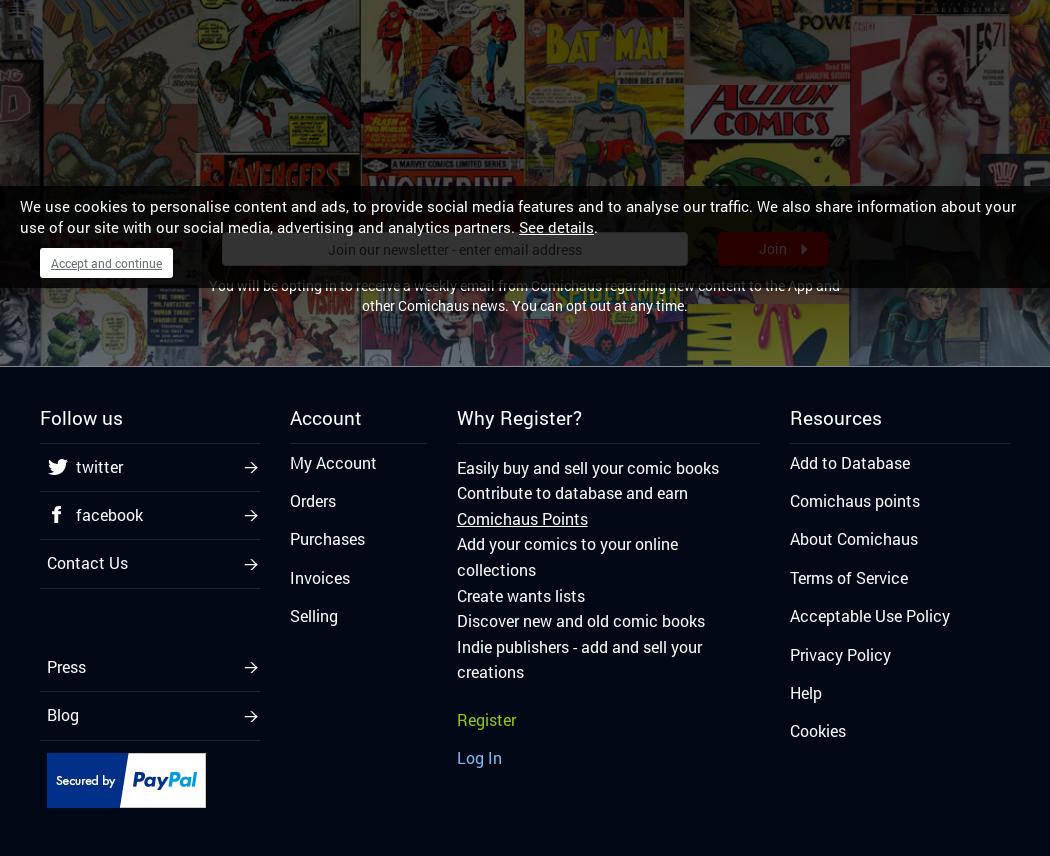 This screenshot has height=856, width=1050. What do you see at coordinates (313, 614) in the screenshot?
I see `'Selling'` at bounding box center [313, 614].